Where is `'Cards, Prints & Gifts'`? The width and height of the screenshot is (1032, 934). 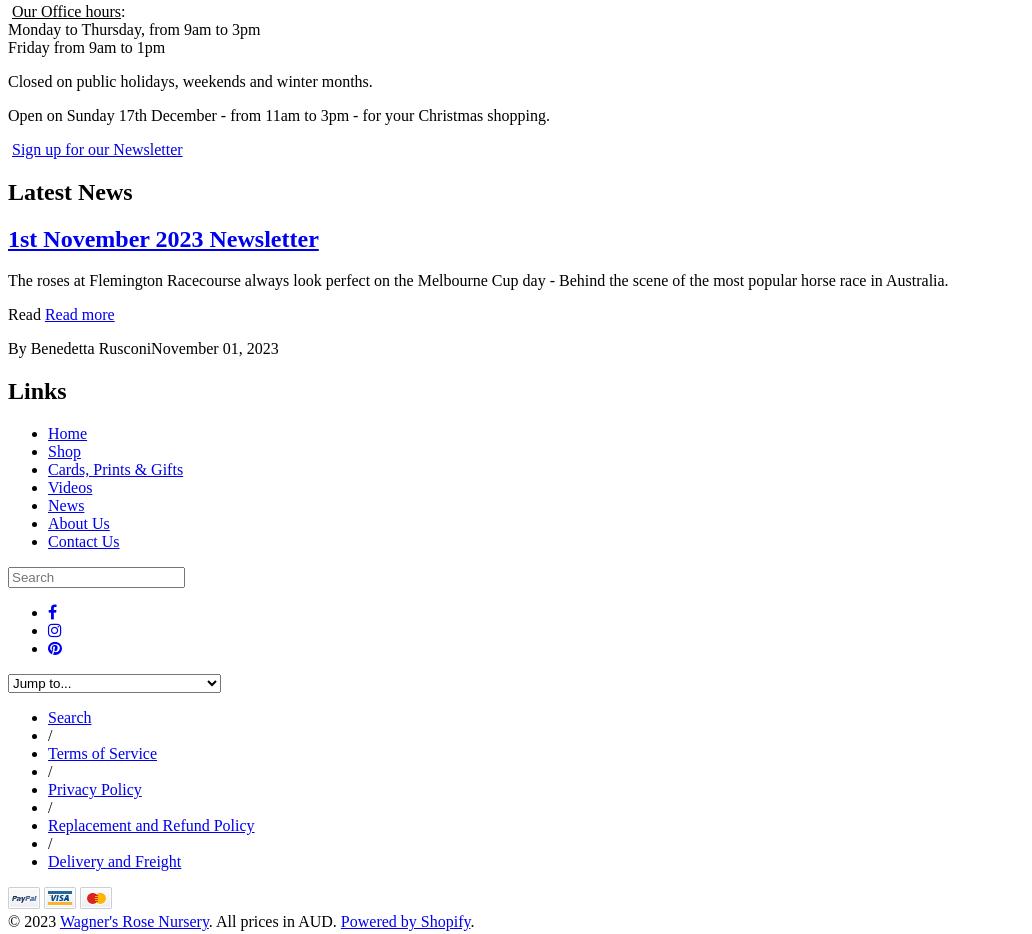
'Cards, Prints & Gifts' is located at coordinates (115, 468).